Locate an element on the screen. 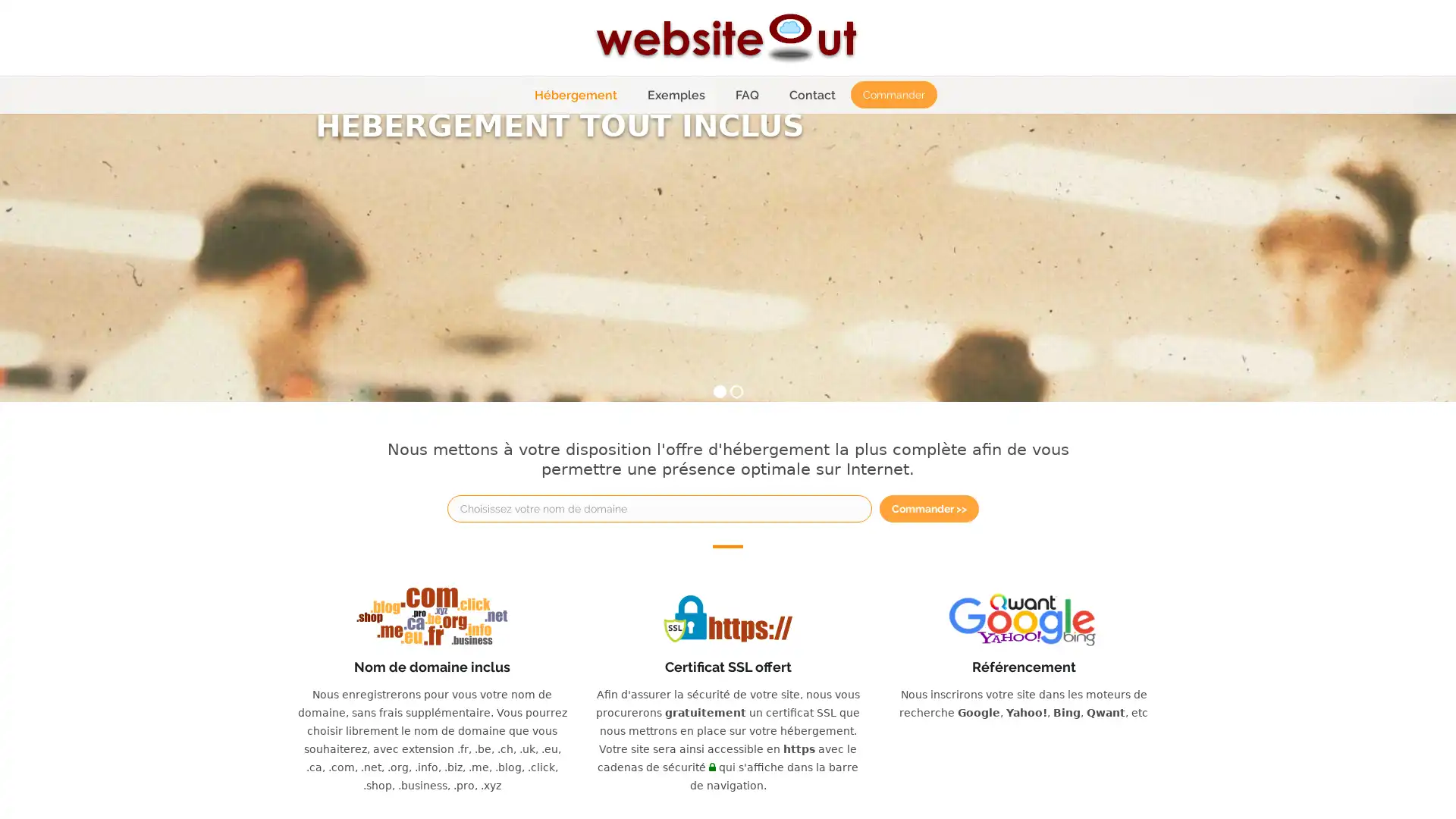  Commander >> is located at coordinates (928, 508).